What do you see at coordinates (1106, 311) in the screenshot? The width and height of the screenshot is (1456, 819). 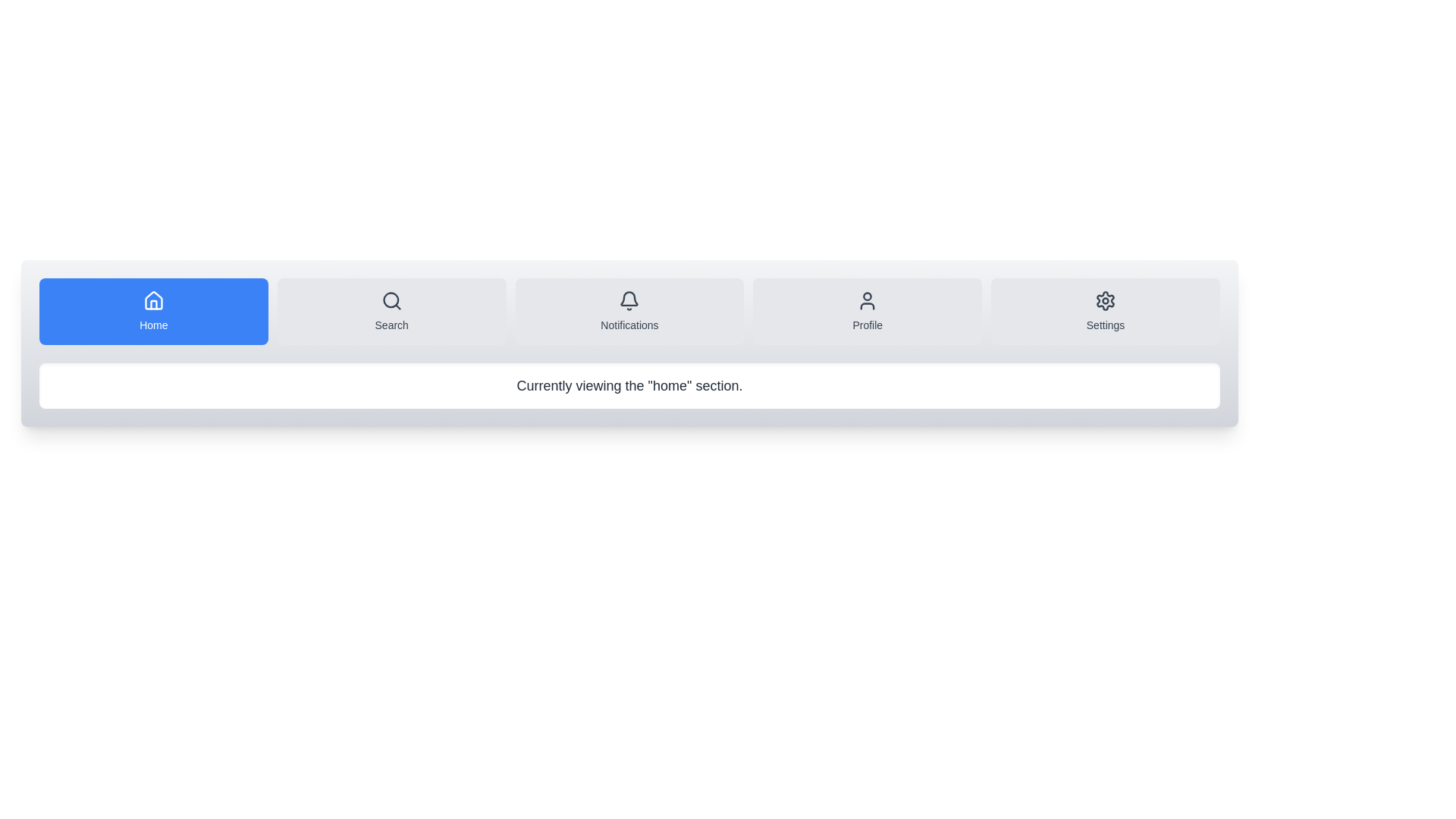 I see `the 'Settings' button, which is the fifth button in a horizontal grid, featuring a gray background, rounded corners, and a cogwheel icon above the text 'Settings'` at bounding box center [1106, 311].